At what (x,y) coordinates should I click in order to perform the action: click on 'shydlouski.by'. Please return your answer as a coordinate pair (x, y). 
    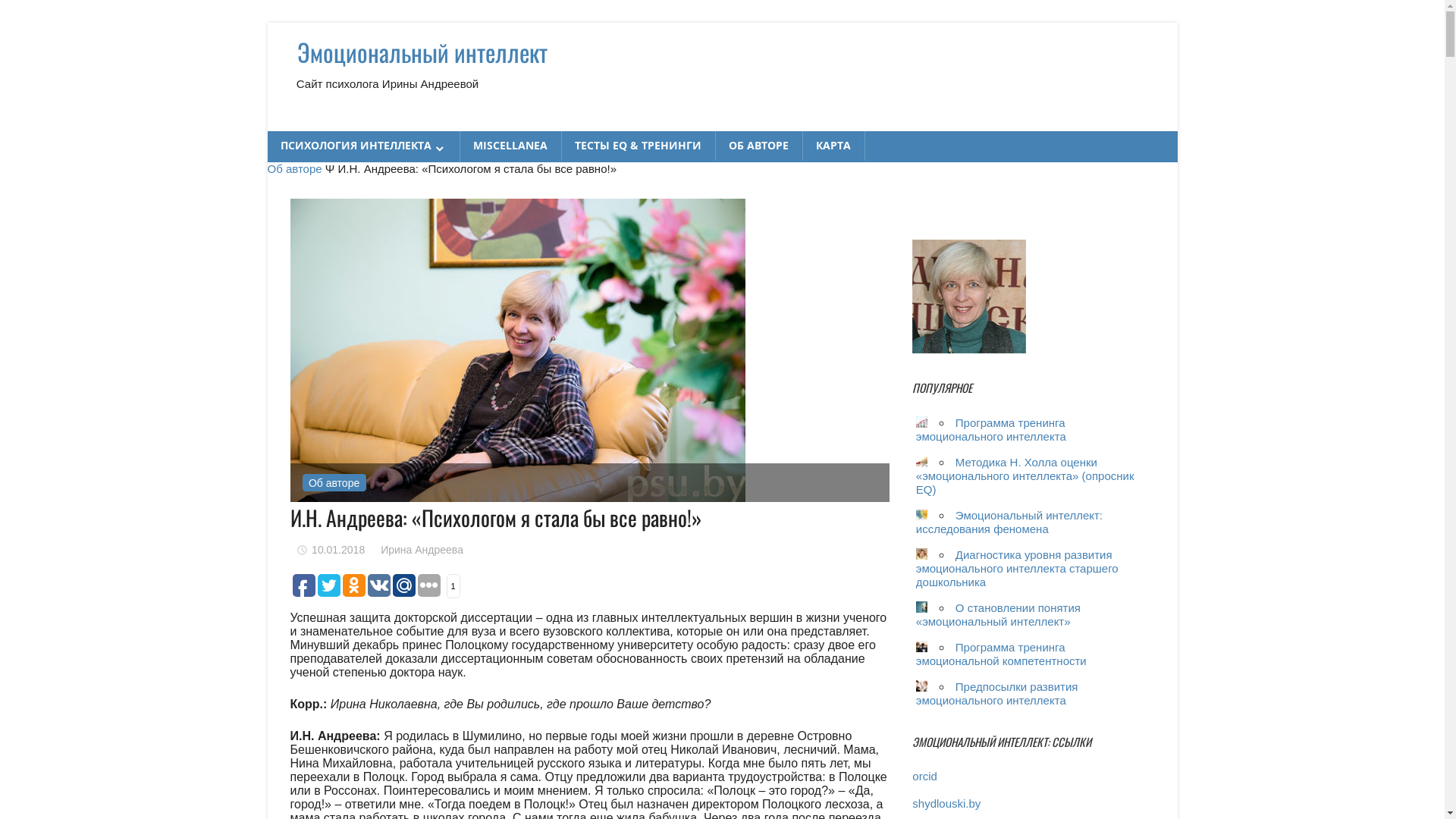
    Looking at the image, I should click on (946, 802).